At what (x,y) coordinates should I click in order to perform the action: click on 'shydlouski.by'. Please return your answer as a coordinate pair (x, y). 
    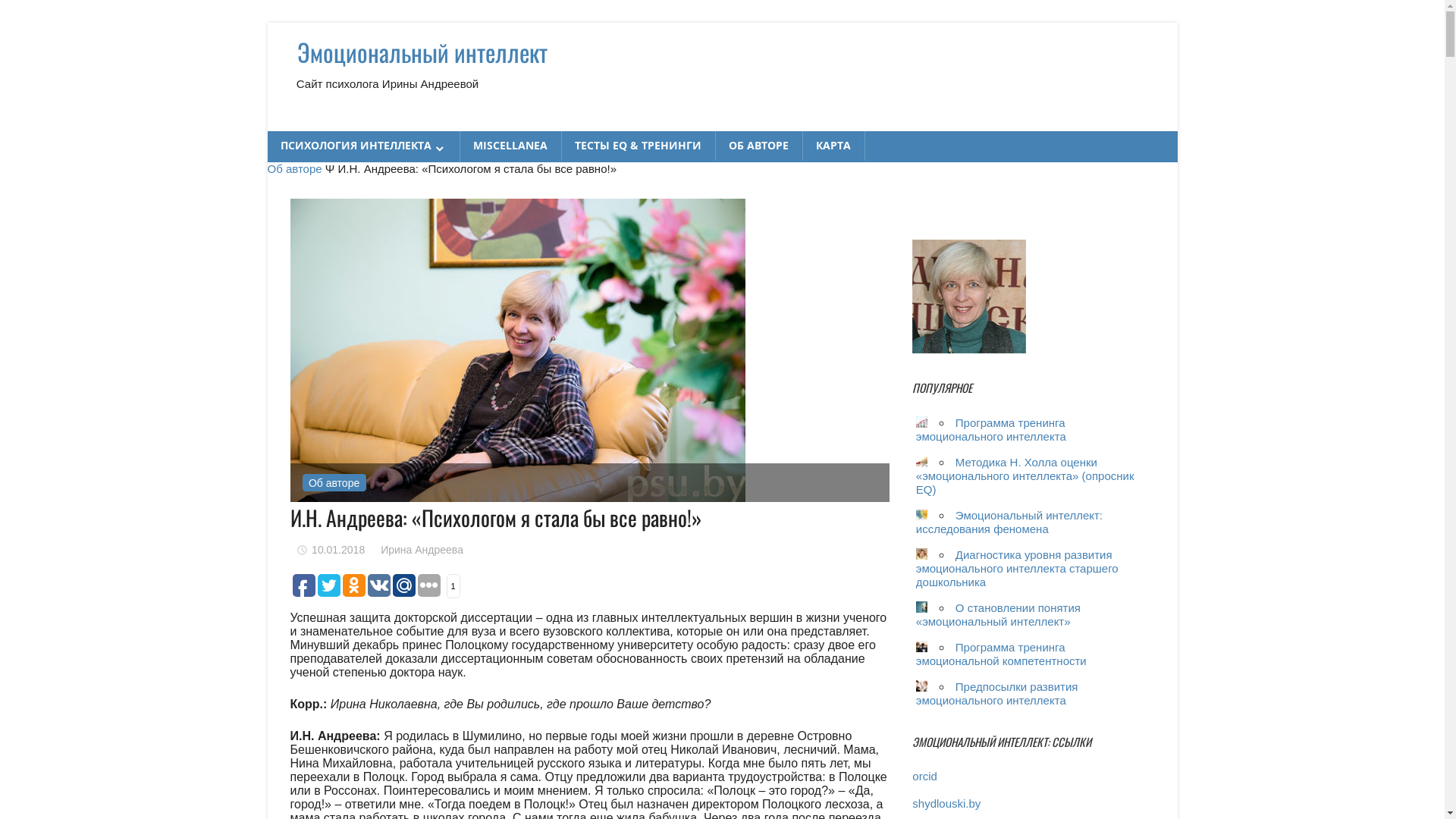
    Looking at the image, I should click on (946, 802).